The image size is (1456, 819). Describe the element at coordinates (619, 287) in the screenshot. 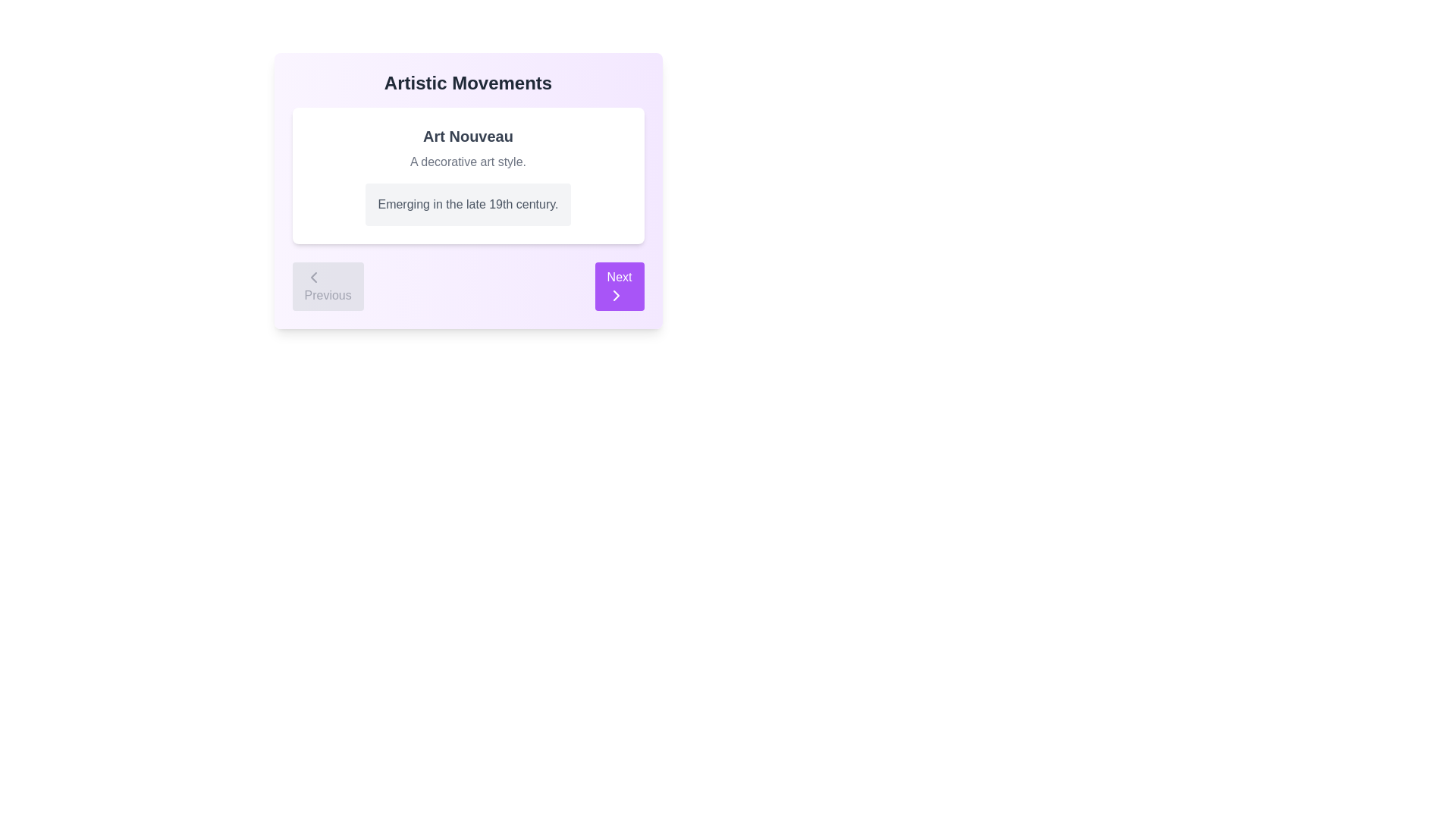

I see `the Next button to navigate through concepts` at that location.